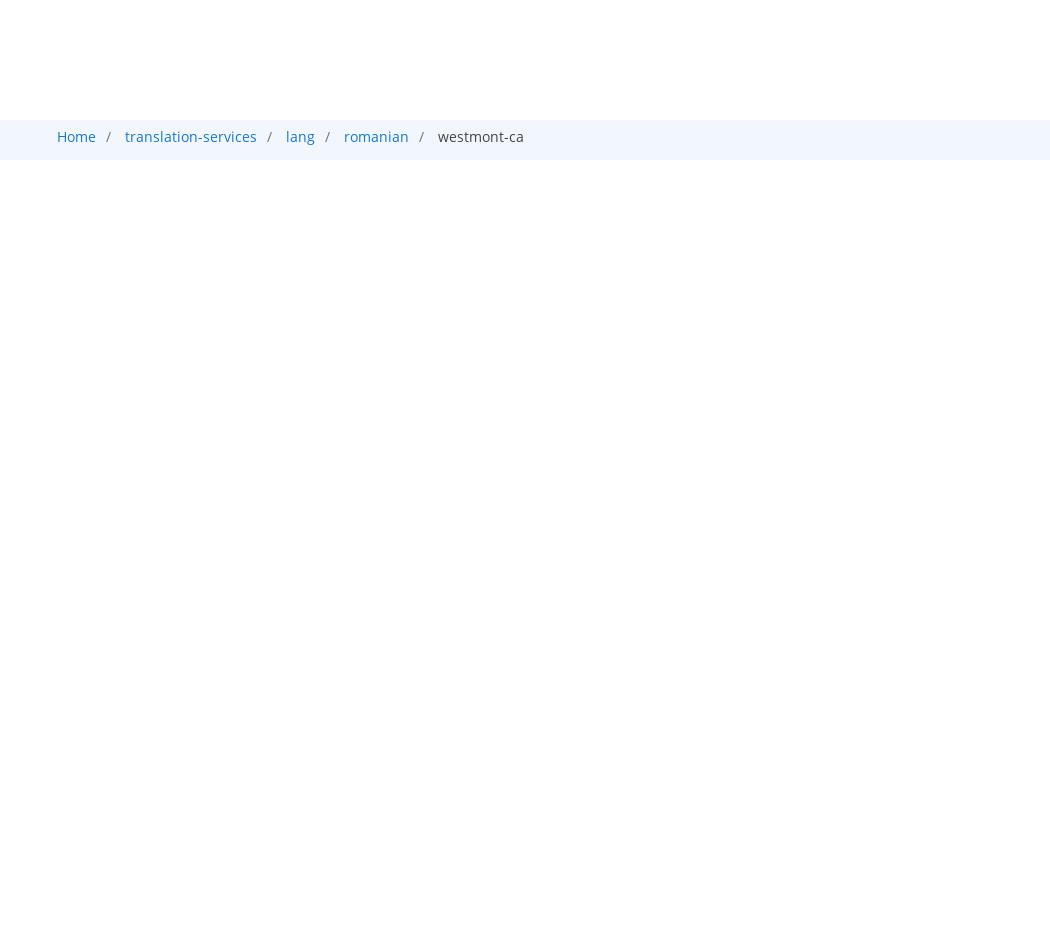 This screenshot has height=929, width=1050. I want to click on 'Document', so click(414, 216).